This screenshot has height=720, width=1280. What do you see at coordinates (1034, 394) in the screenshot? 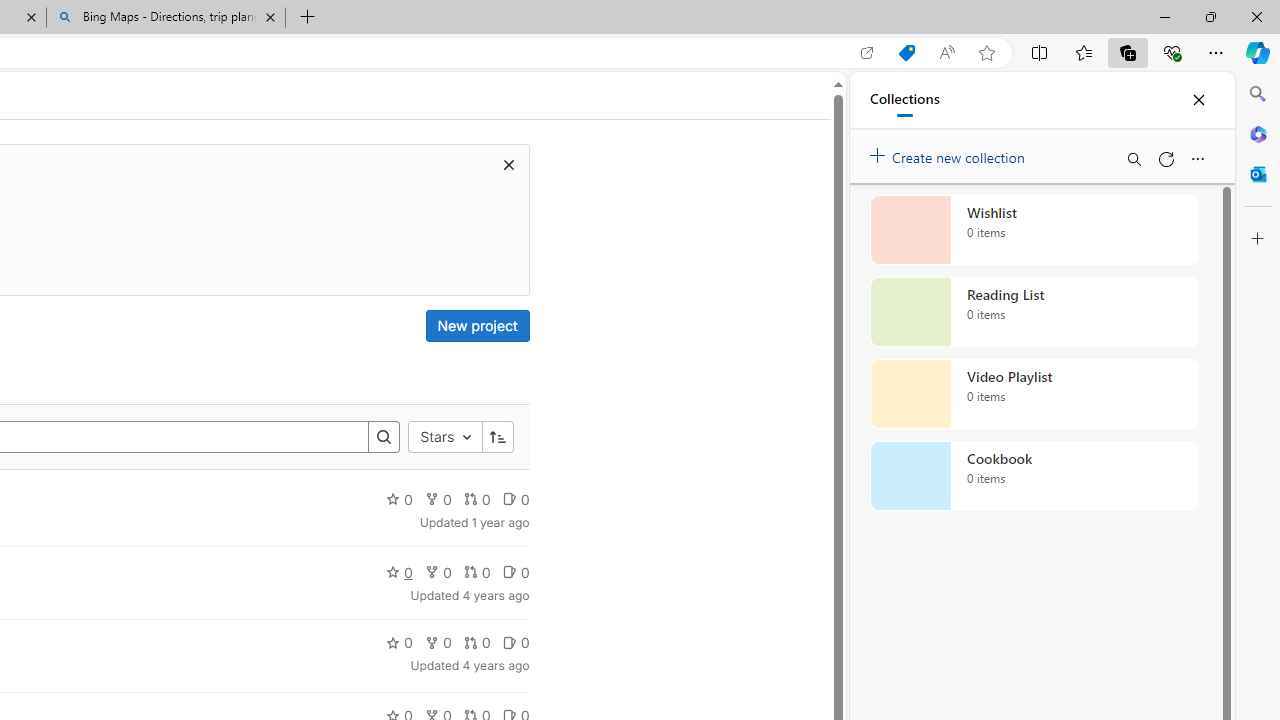
I see `'Video Playlist collection, 0 items'` at bounding box center [1034, 394].